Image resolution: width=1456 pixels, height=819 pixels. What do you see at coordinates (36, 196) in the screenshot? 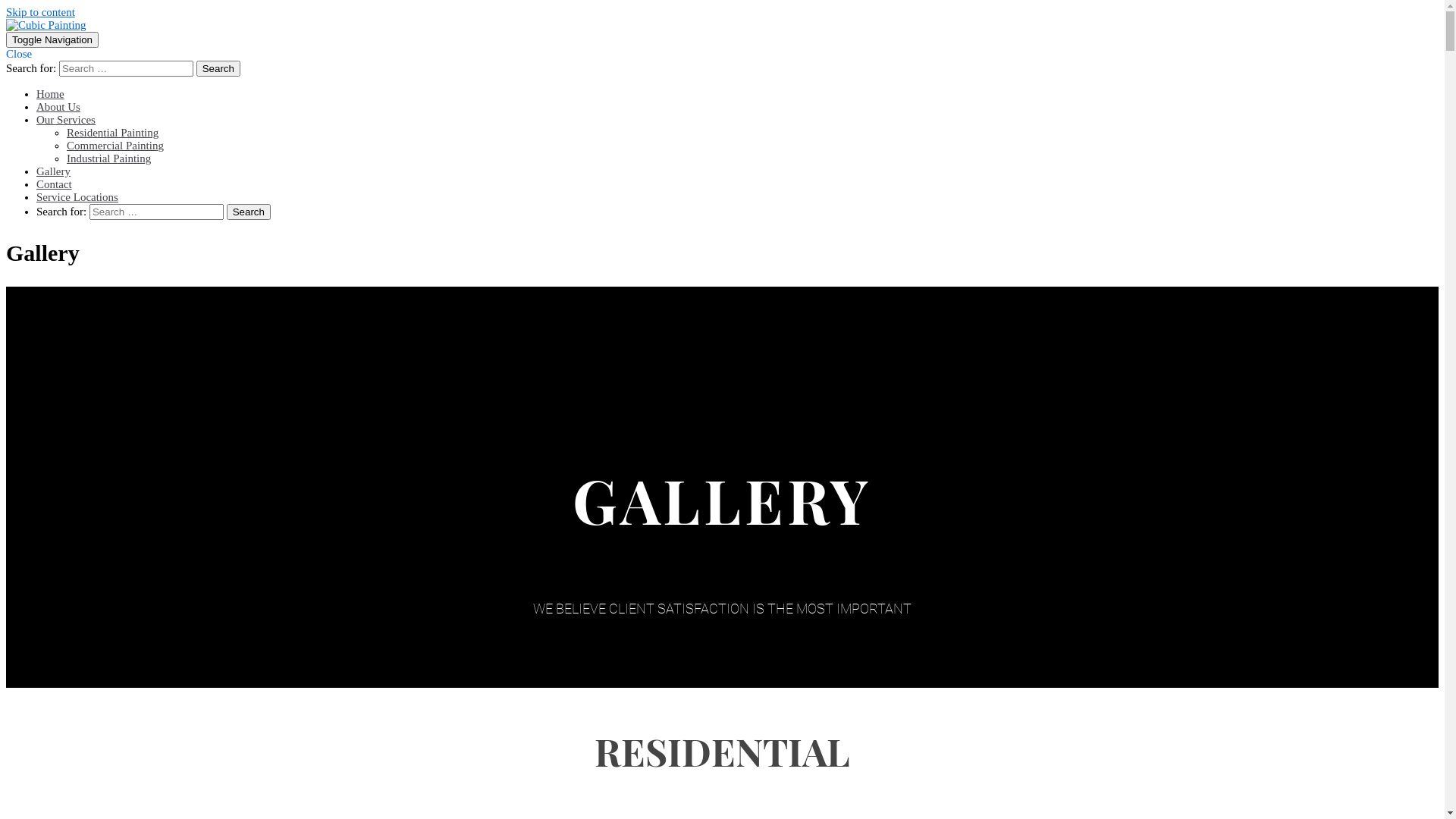
I see `'Service Locations'` at bounding box center [36, 196].